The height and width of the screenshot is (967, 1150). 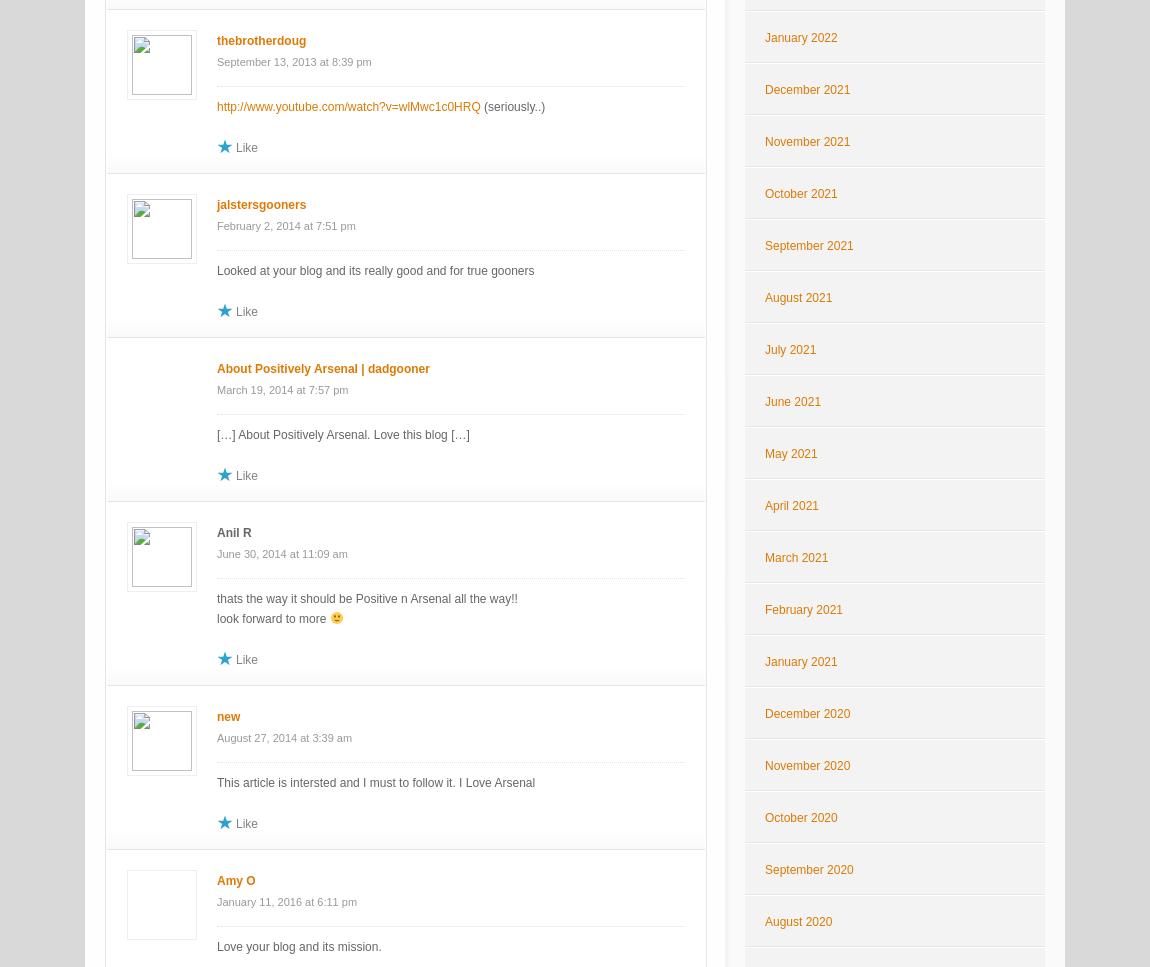 I want to click on 'May 2021', so click(x=789, y=454).